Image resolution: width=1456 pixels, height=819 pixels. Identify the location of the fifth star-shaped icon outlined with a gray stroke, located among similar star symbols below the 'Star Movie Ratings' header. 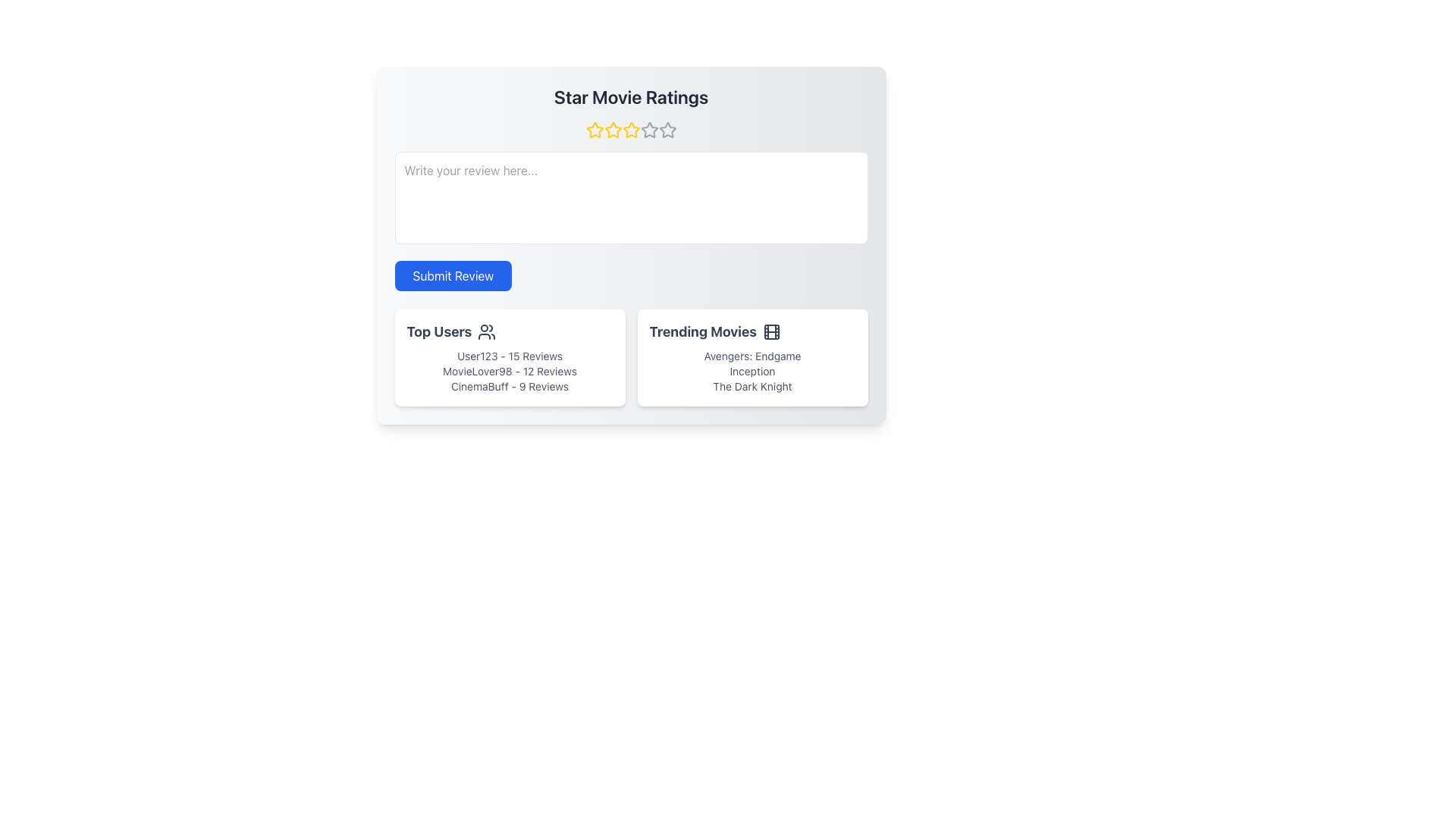
(667, 130).